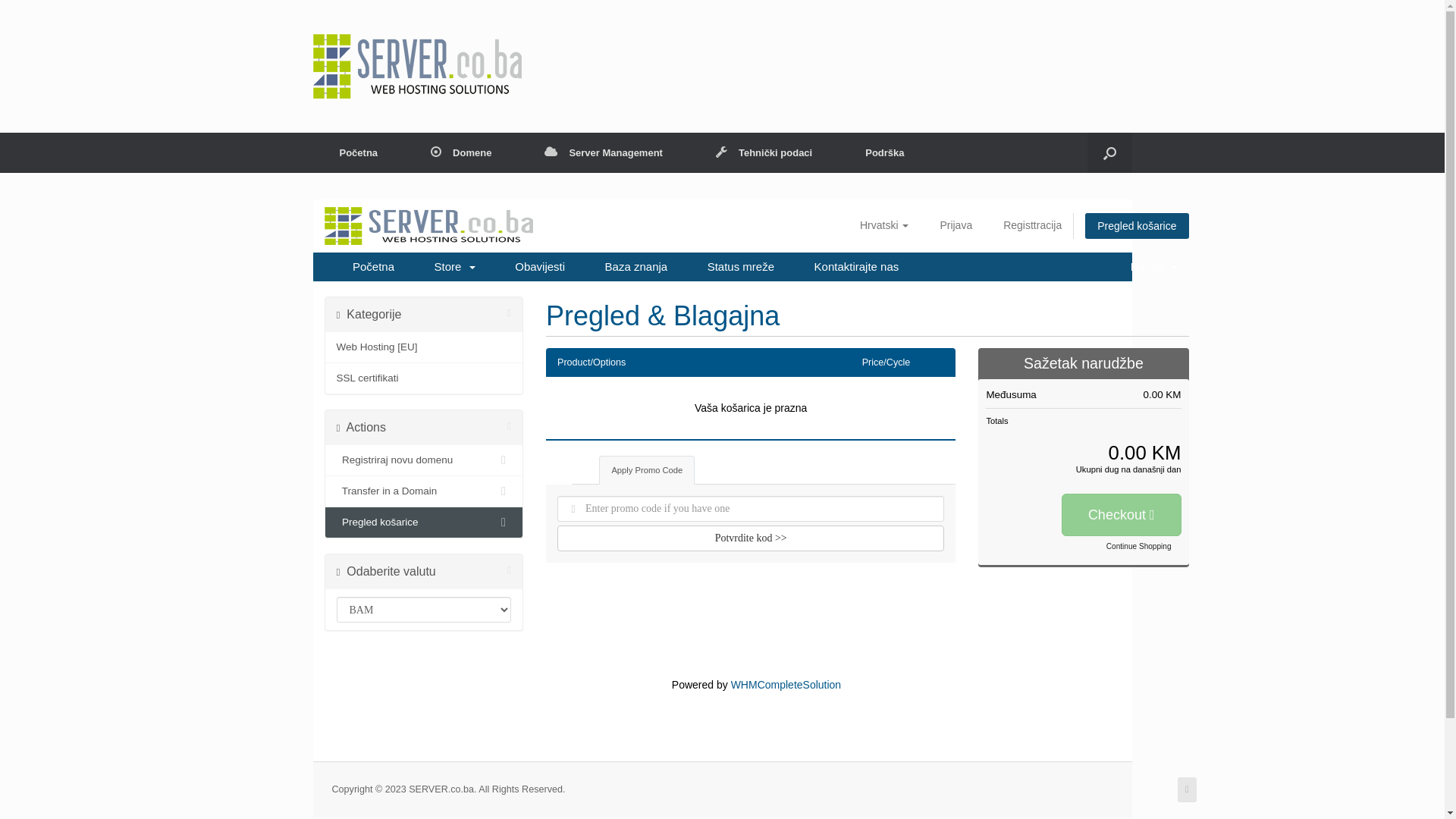 This screenshot has height=819, width=1456. Describe the element at coordinates (539, 265) in the screenshot. I see `'Obavijesti'` at that location.